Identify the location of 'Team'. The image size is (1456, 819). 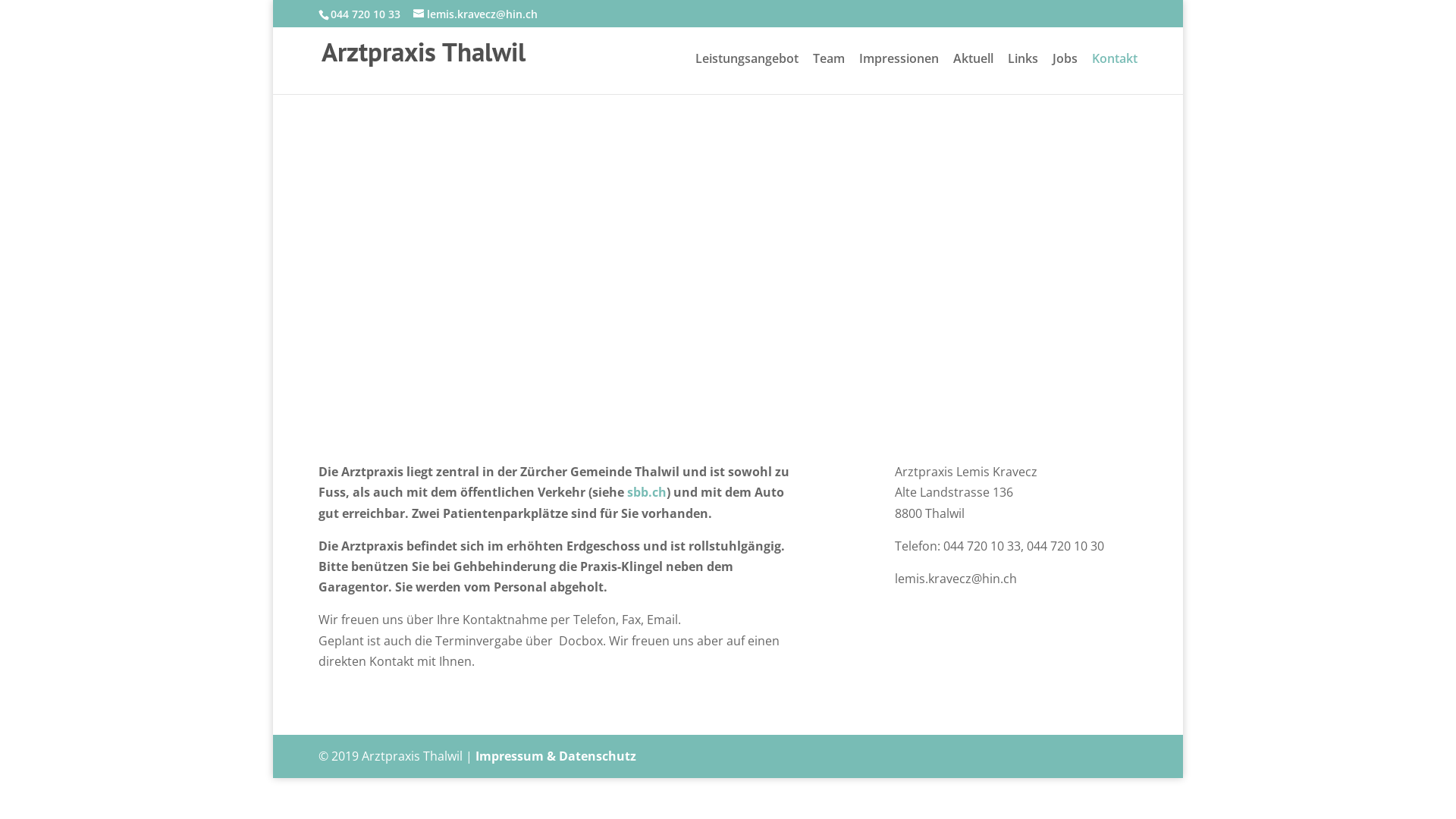
(828, 73).